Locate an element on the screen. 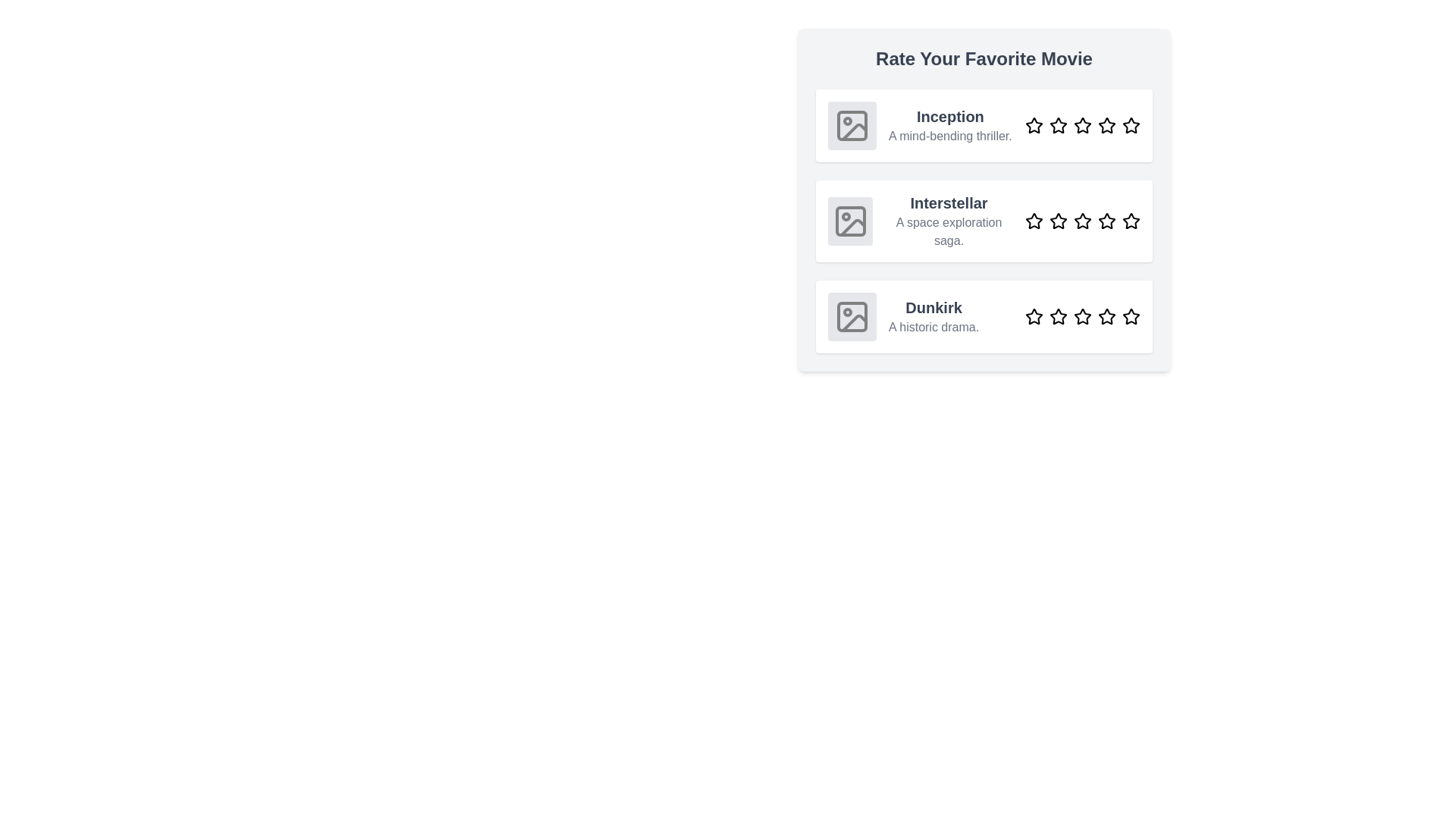 This screenshot has height=819, width=1456. the subtitle text 'A mind-bending thriller.' located below the heading 'Inception' in the first entry of a vertical list is located at coordinates (949, 136).